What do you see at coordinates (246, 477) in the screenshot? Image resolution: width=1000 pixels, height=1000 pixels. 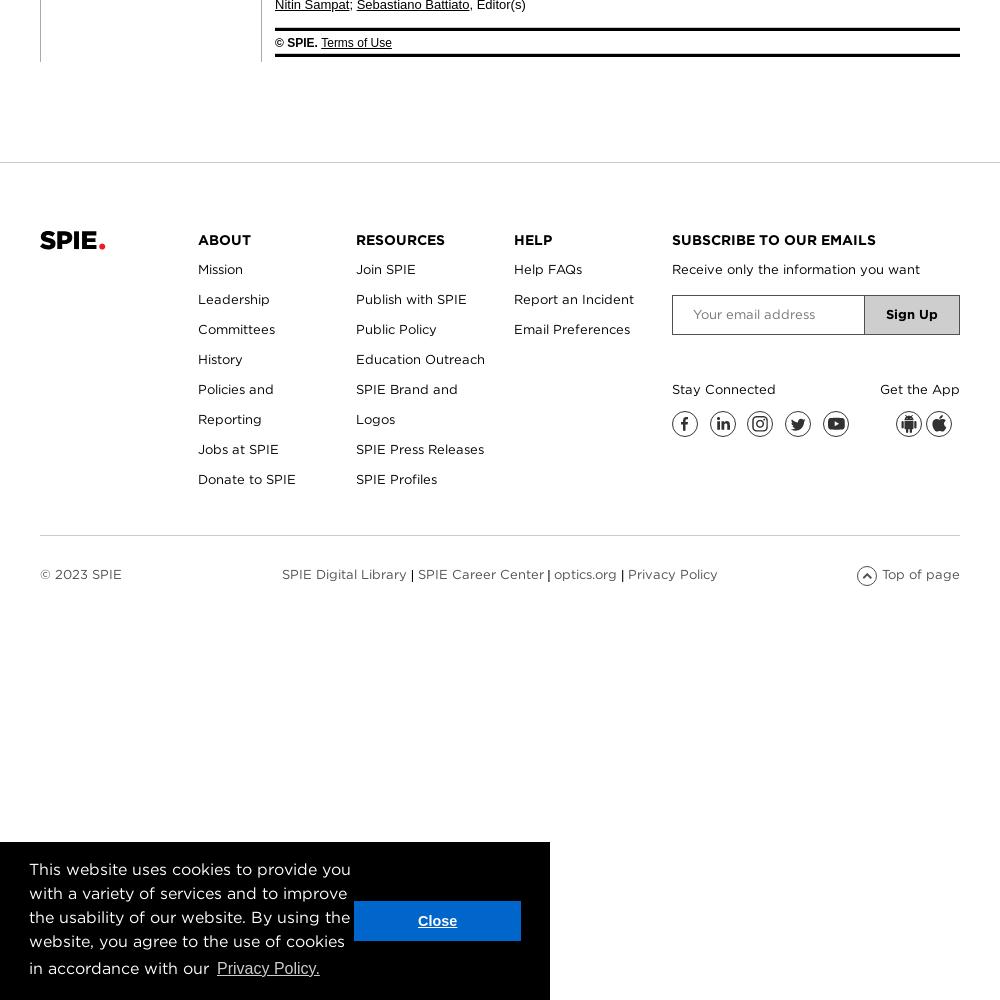 I see `'Donate to SPIE'` at bounding box center [246, 477].